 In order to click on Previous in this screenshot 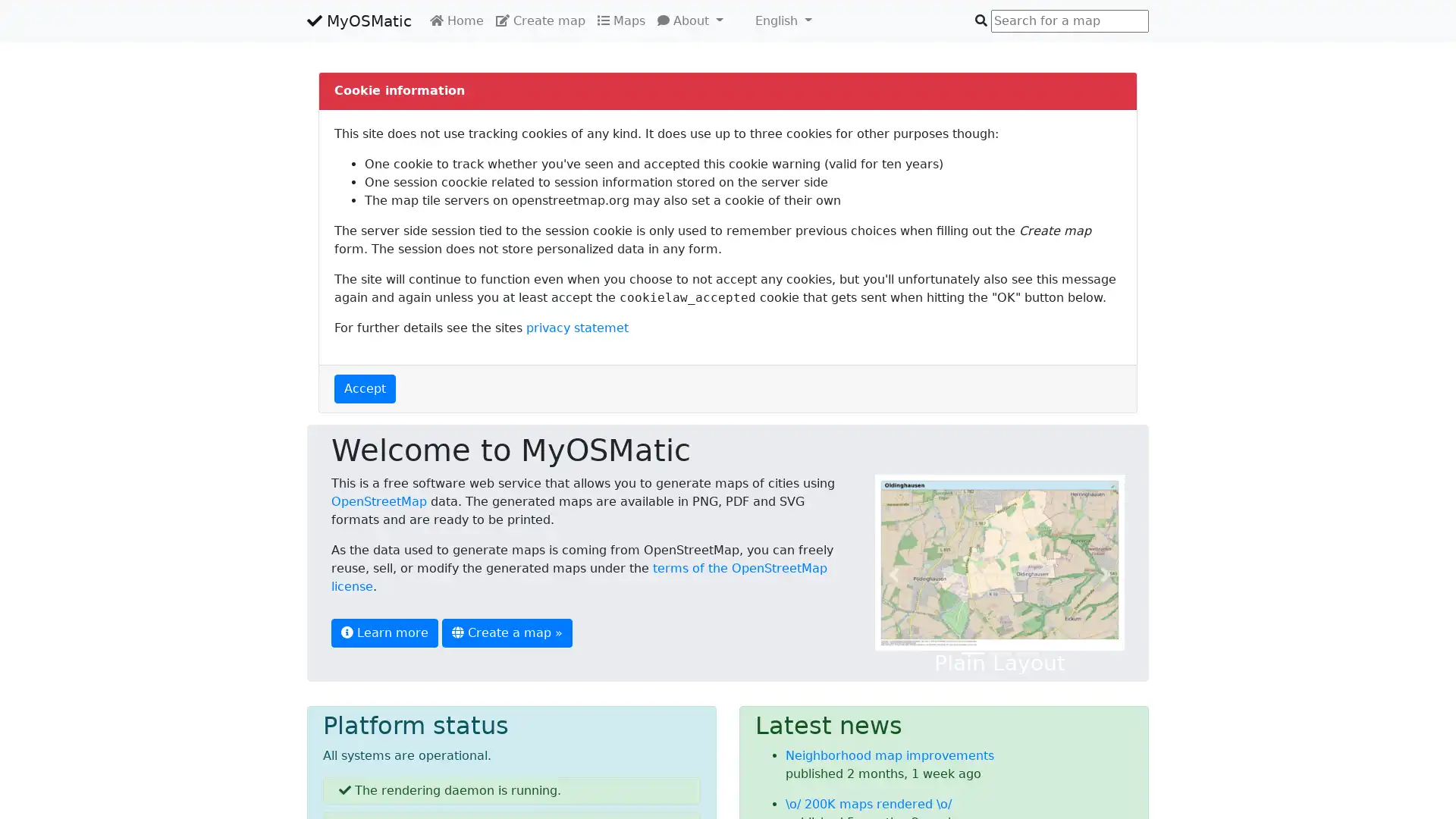, I will do `click(893, 575)`.